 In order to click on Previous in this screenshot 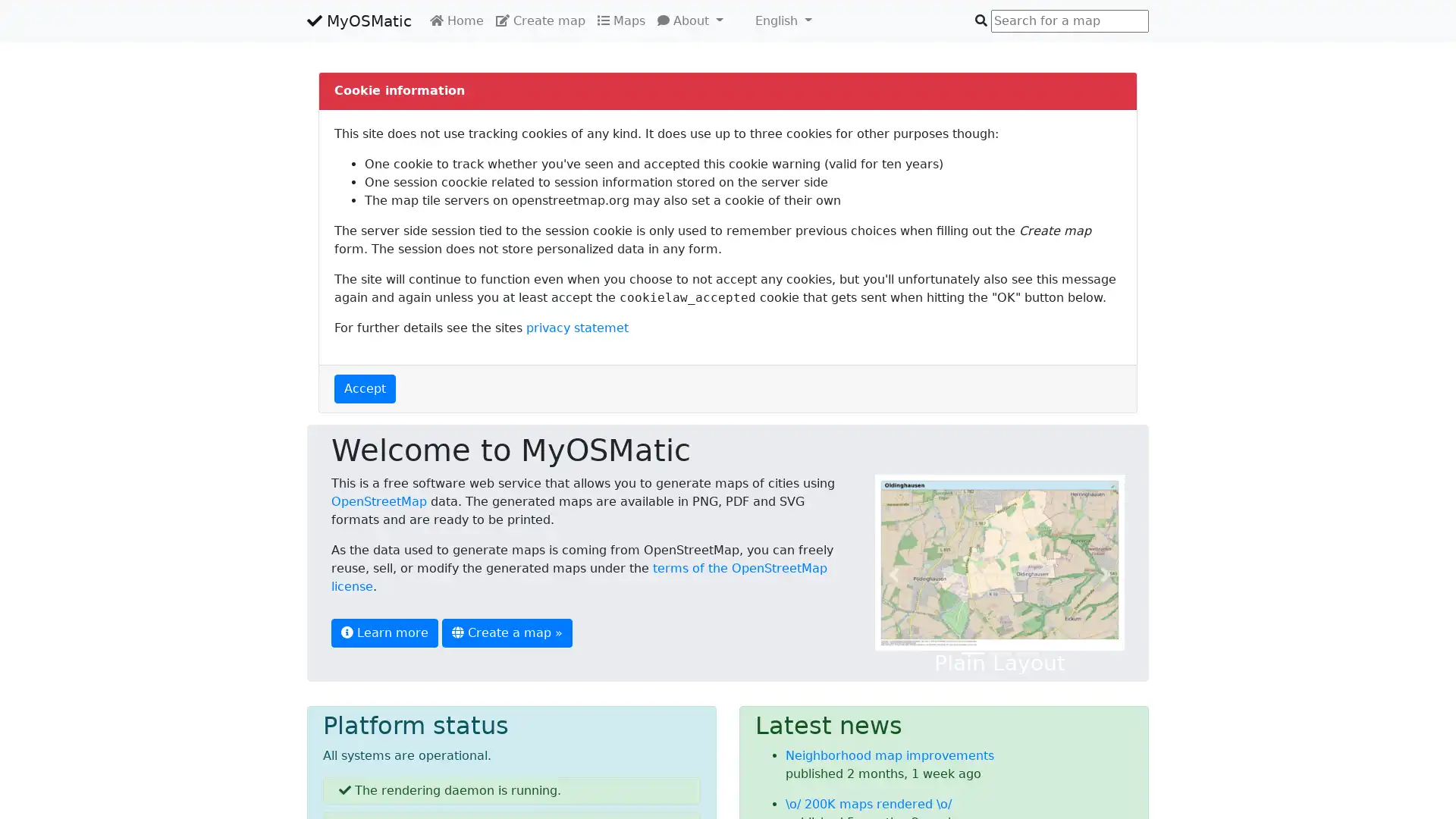, I will do `click(893, 575)`.